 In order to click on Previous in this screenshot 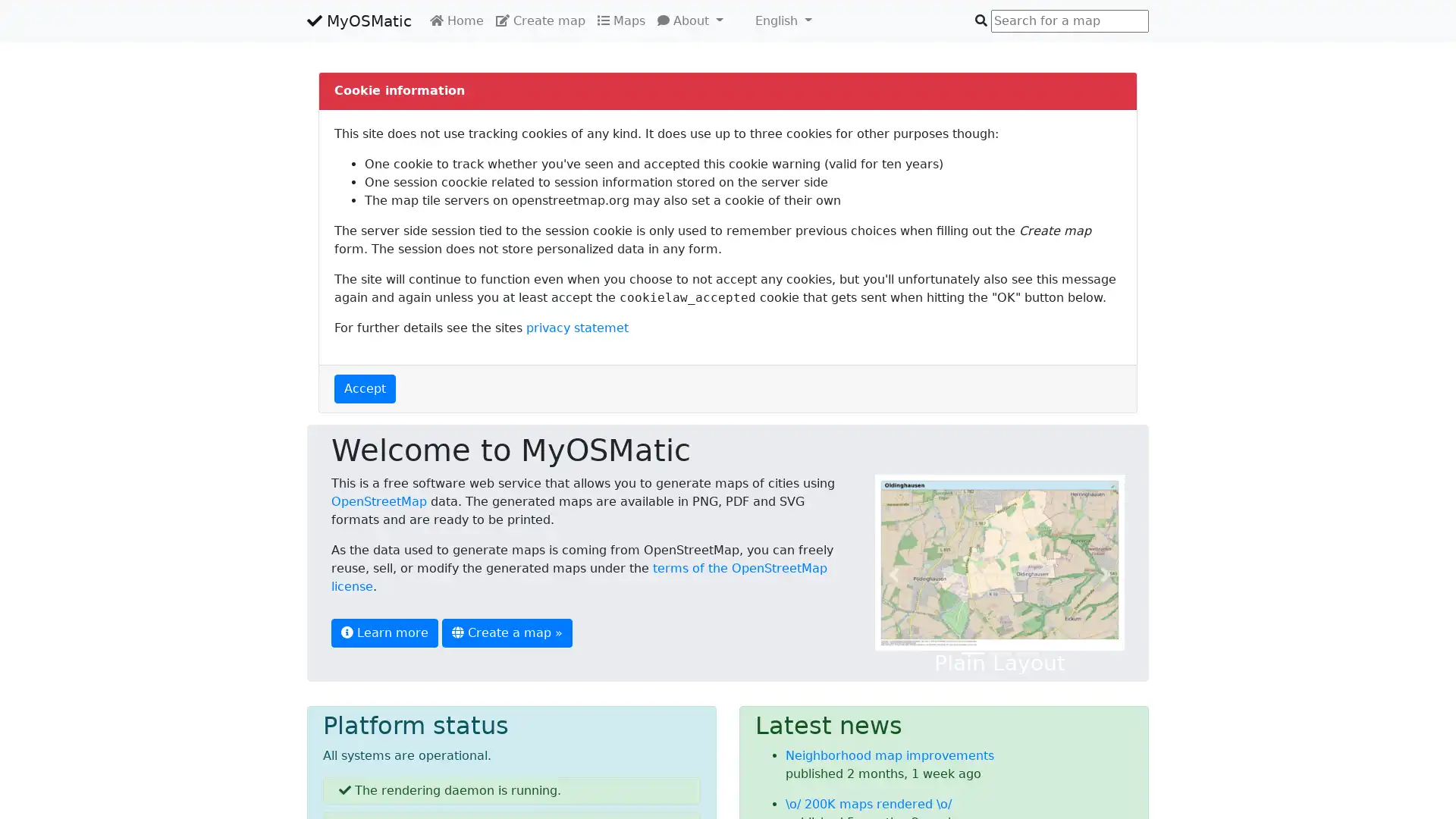, I will do `click(893, 575)`.